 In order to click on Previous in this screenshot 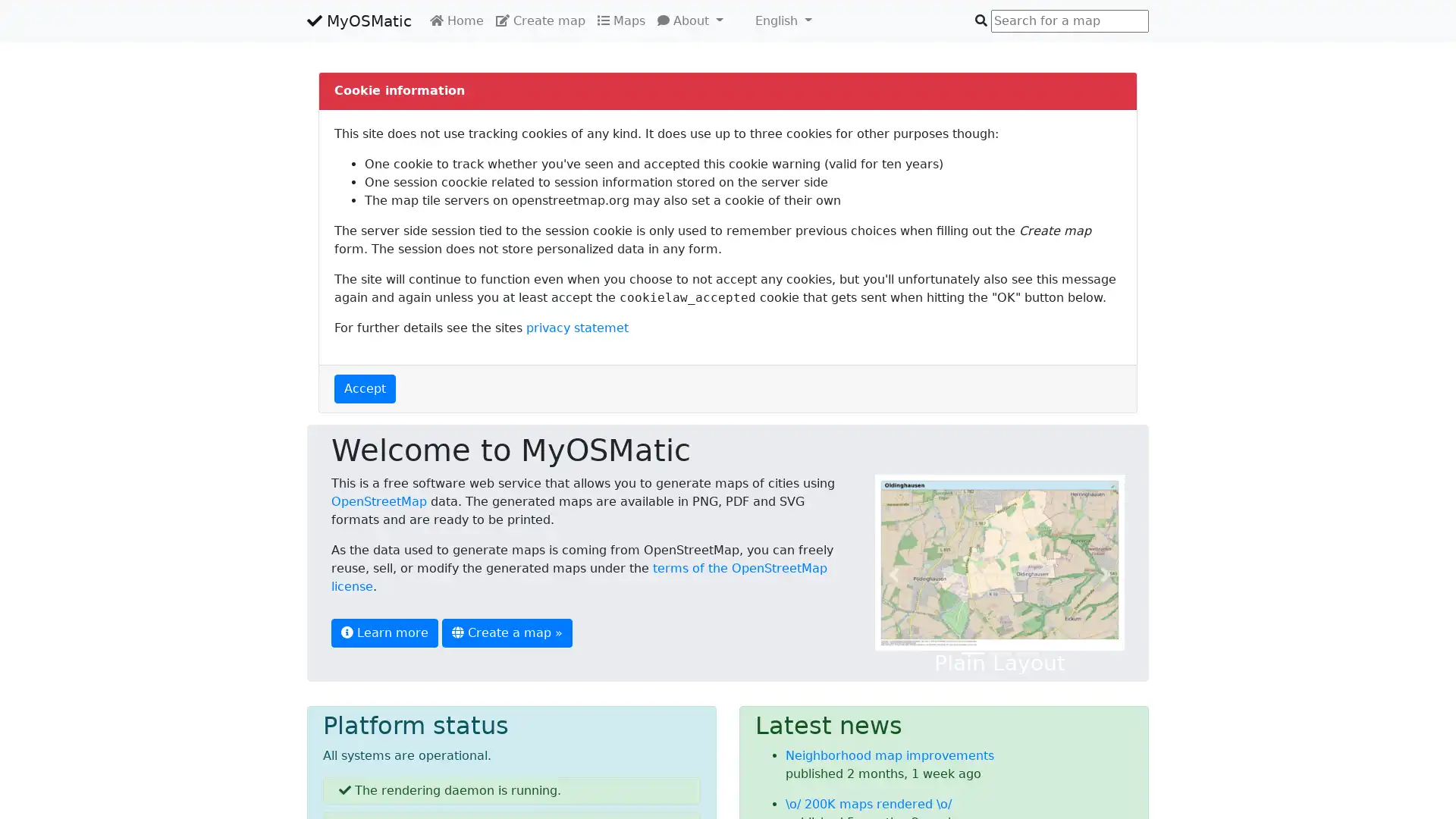, I will do `click(893, 575)`.